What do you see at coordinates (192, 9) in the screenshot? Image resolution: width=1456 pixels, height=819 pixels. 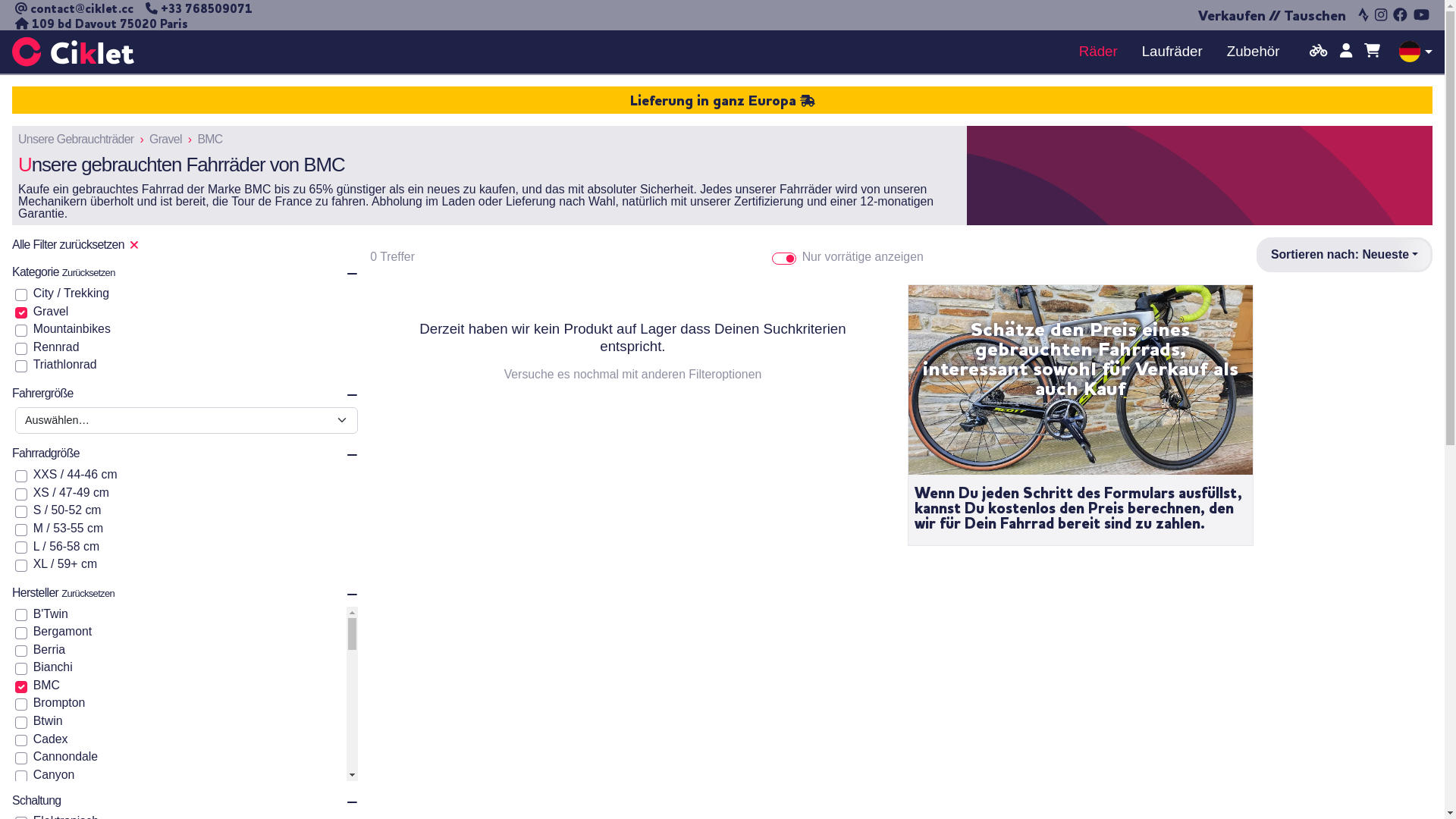 I see `'+33 768509071'` at bounding box center [192, 9].